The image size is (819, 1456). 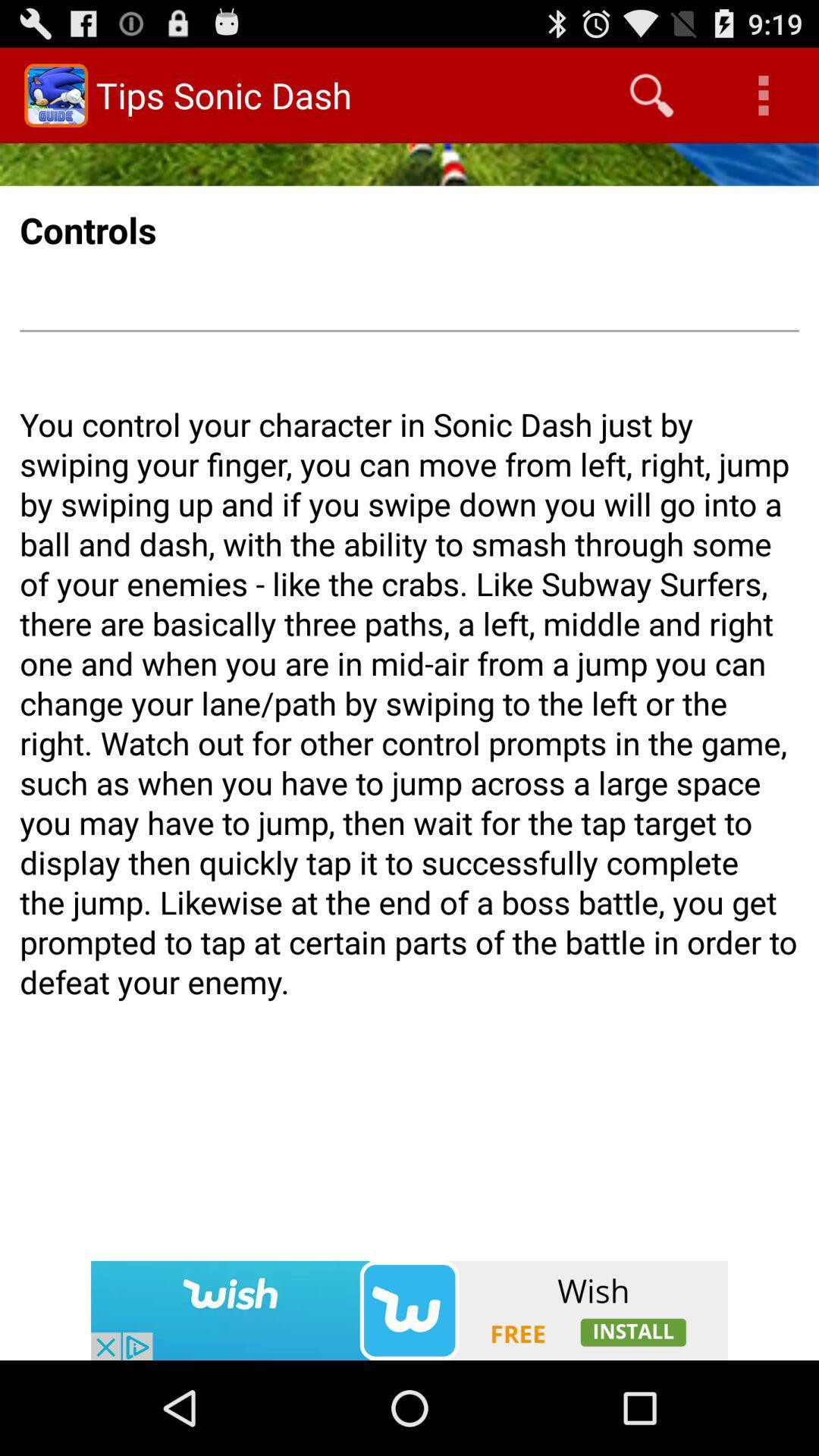 I want to click on icon to the right of the tips sonic dash icon, so click(x=651, y=94).